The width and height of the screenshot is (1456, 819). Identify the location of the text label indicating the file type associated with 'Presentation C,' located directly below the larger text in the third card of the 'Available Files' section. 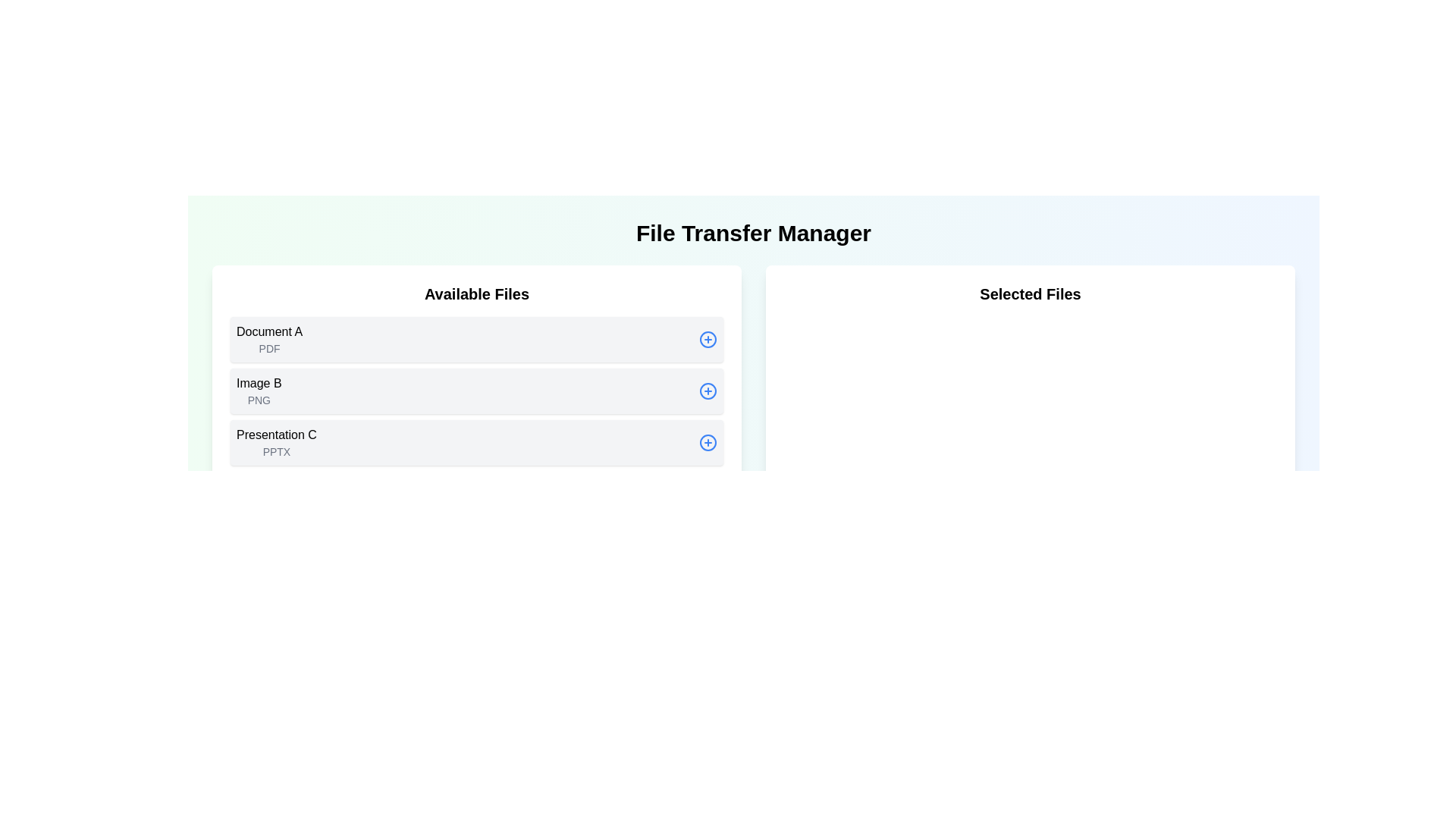
(276, 451).